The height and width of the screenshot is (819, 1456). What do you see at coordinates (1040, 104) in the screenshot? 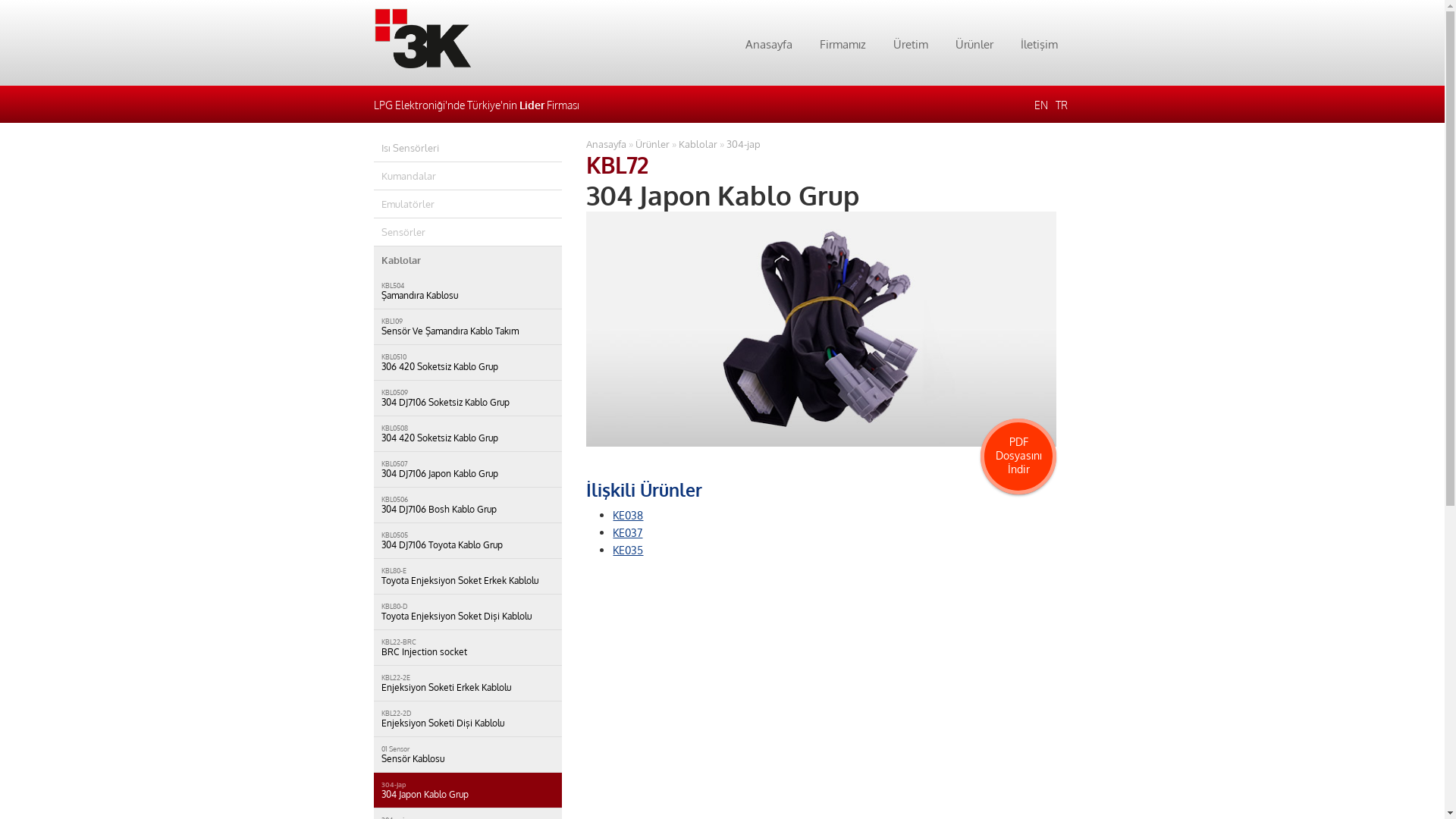
I see `'EN'` at bounding box center [1040, 104].